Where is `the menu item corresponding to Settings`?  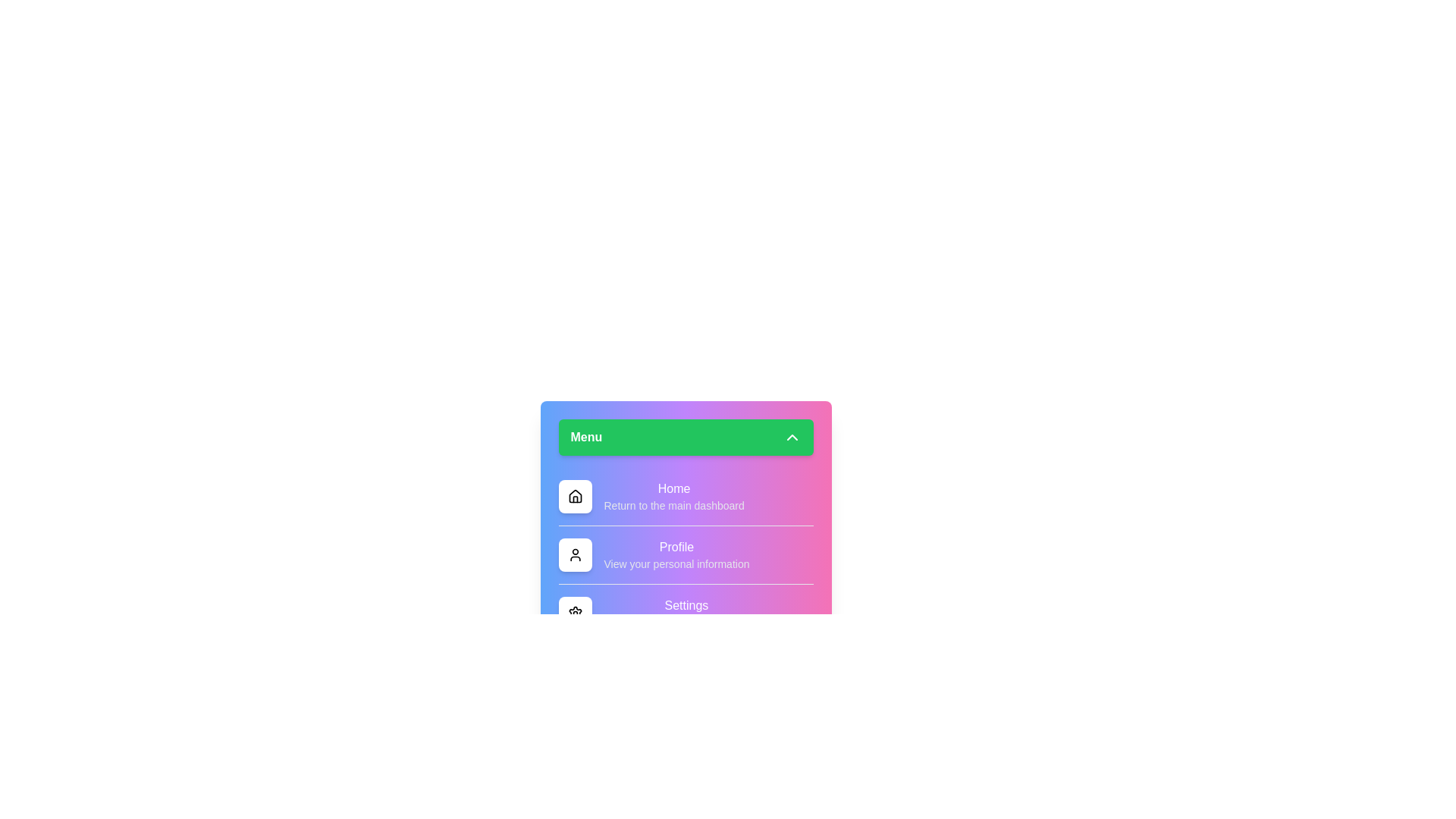 the menu item corresponding to Settings is located at coordinates (574, 613).